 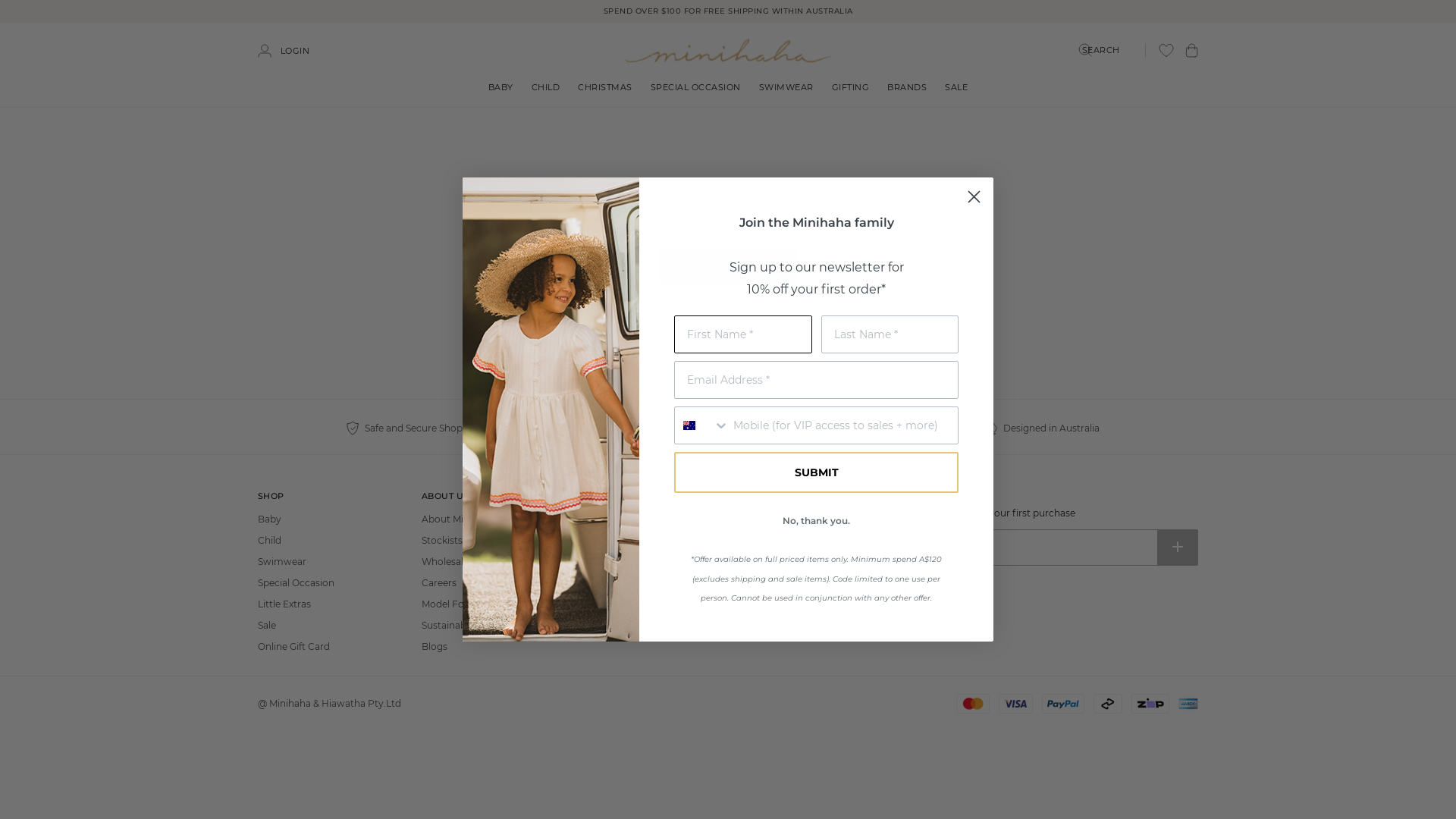 What do you see at coordinates (284, 603) in the screenshot?
I see `'Little Extras'` at bounding box center [284, 603].